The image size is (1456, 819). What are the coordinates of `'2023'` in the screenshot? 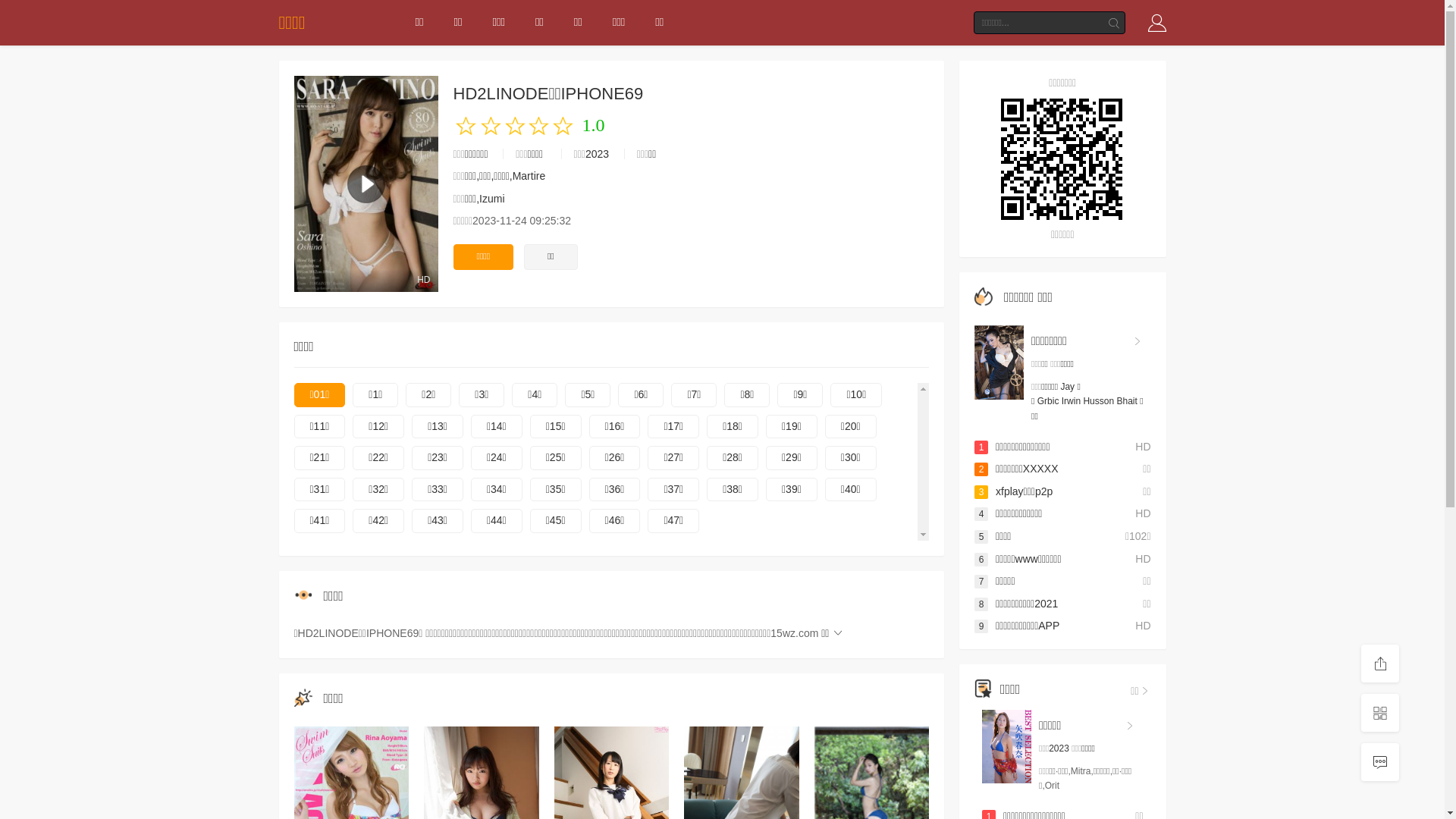 It's located at (596, 154).